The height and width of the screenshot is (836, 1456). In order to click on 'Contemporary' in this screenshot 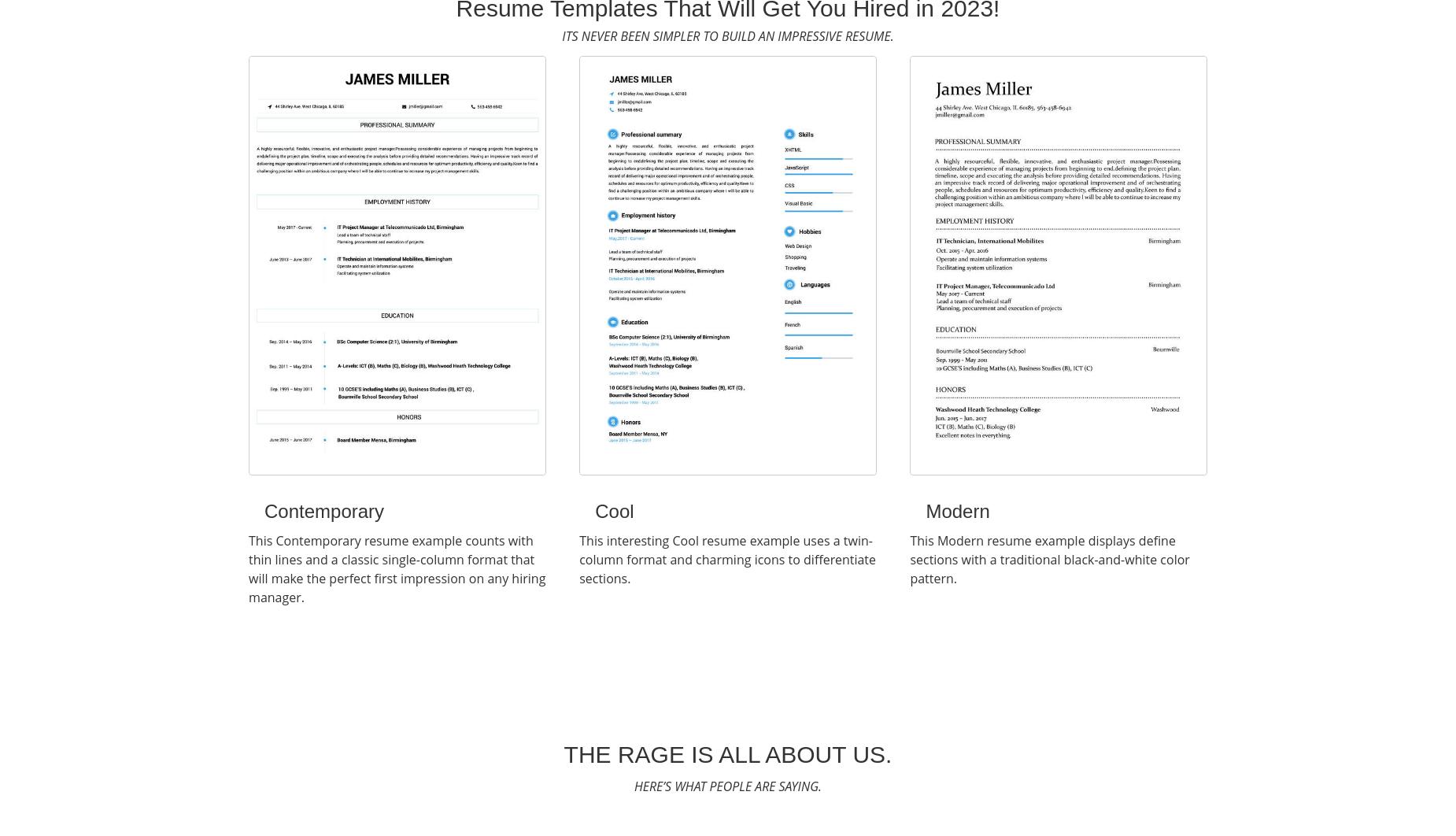, I will do `click(323, 511)`.